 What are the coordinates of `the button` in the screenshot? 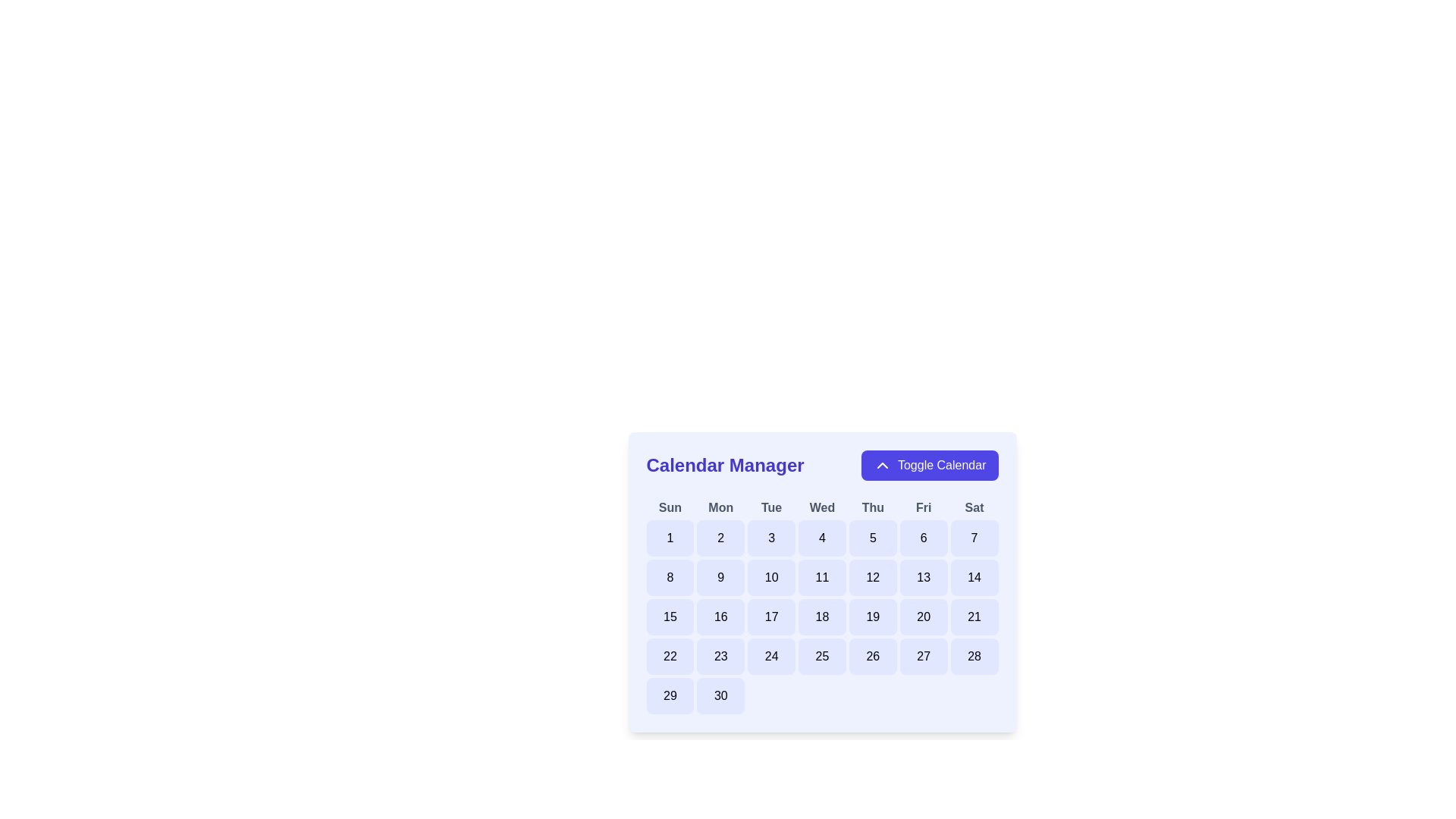 It's located at (821, 656).